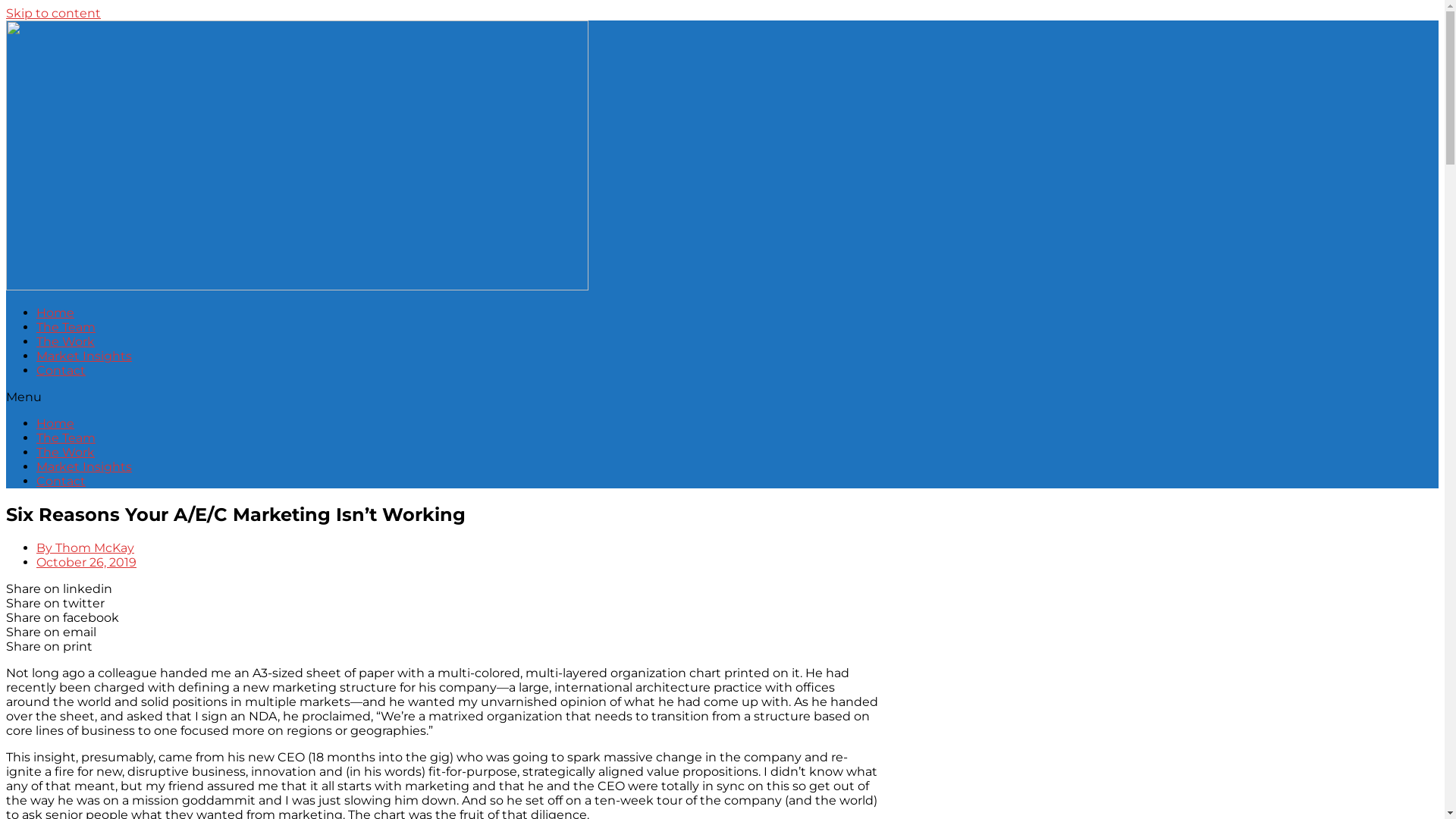 This screenshot has width=1456, height=819. Describe the element at coordinates (55, 312) in the screenshot. I see `'Home'` at that location.